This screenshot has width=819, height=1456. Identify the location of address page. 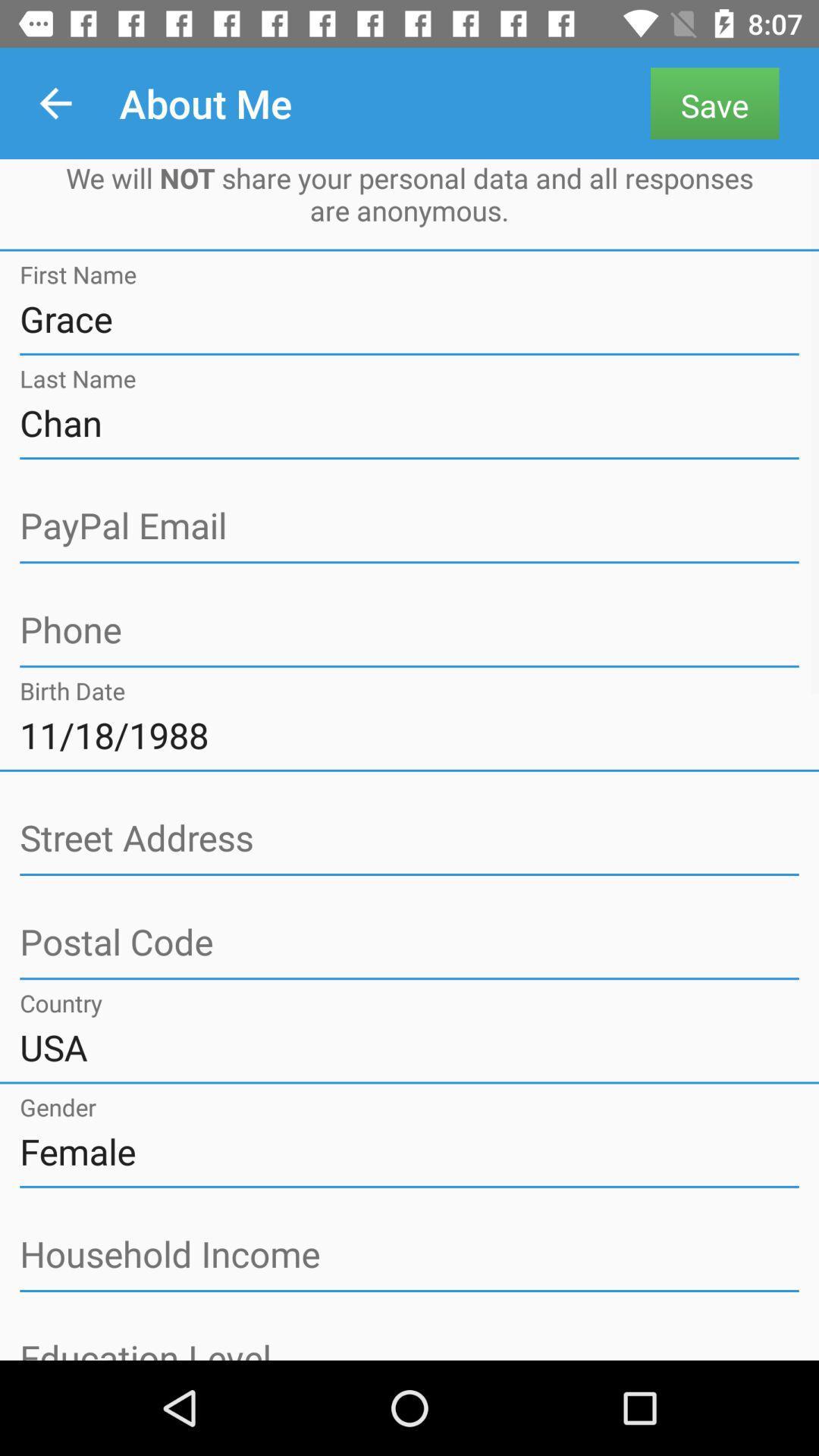
(409, 838).